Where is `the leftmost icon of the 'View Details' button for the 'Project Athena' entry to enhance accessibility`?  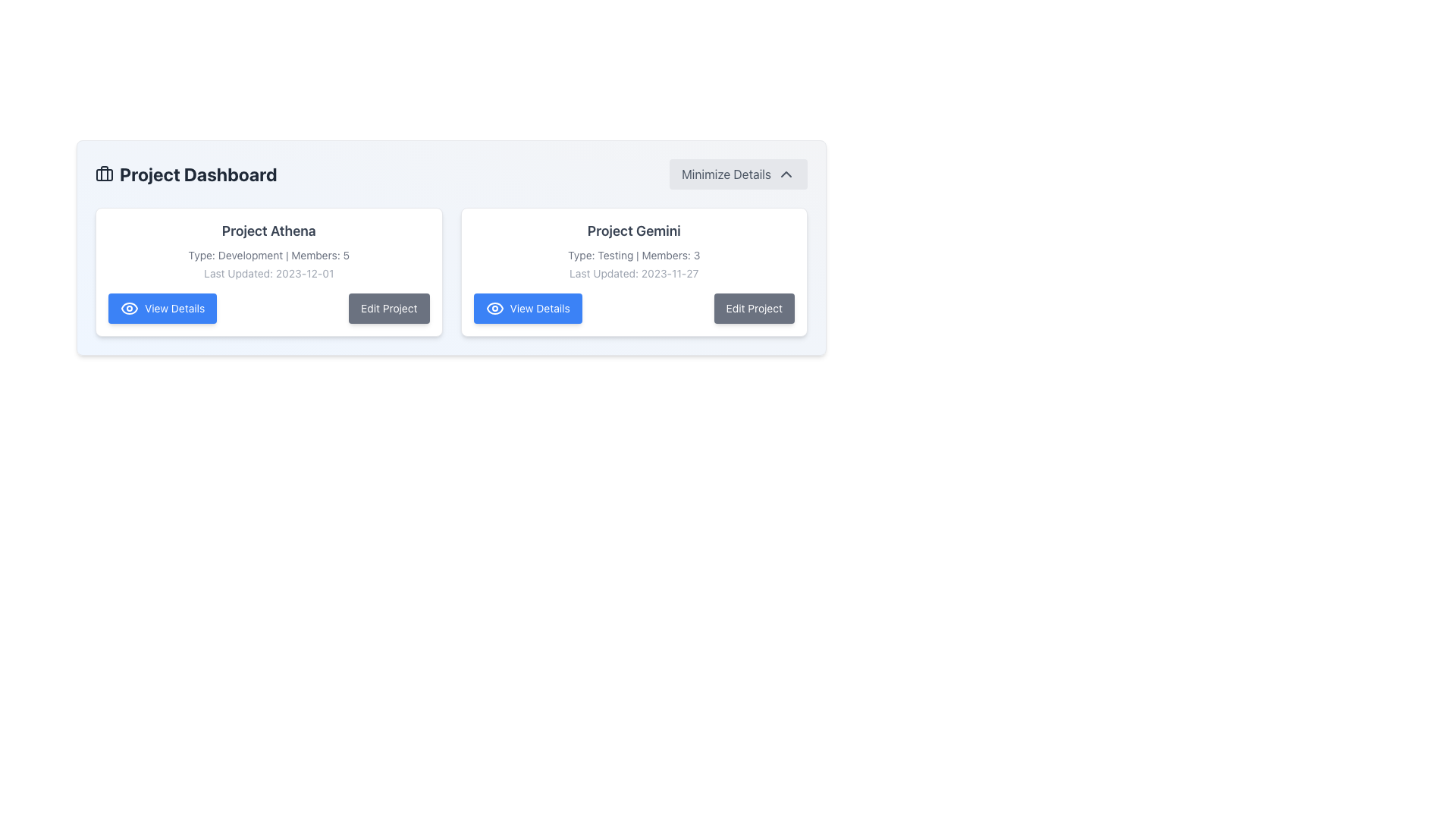 the leftmost icon of the 'View Details' button for the 'Project Athena' entry to enhance accessibility is located at coordinates (130, 308).